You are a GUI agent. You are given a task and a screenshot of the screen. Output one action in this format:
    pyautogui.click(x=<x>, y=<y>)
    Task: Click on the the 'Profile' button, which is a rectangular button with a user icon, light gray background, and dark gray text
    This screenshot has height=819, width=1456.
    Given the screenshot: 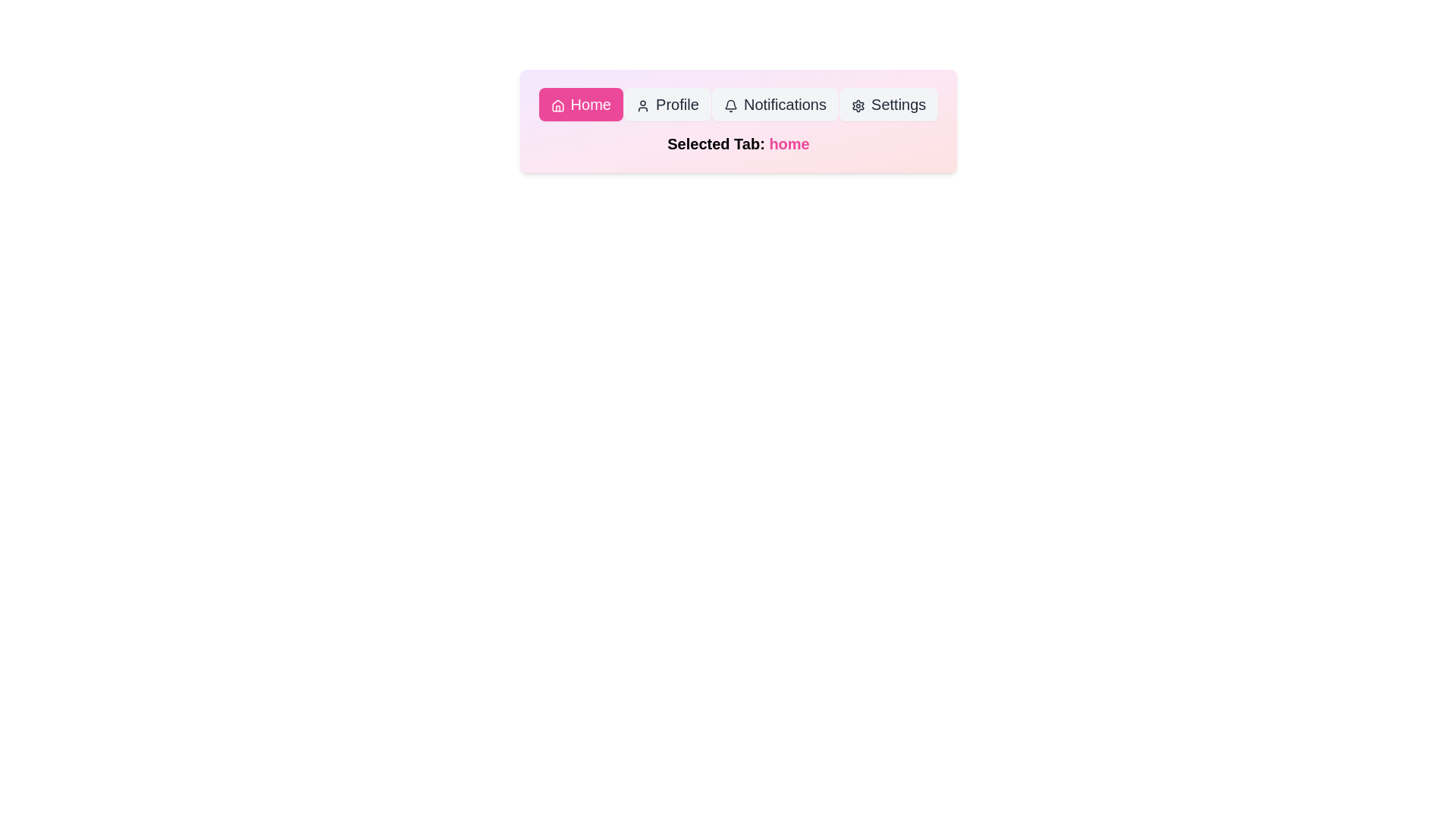 What is the action you would take?
    pyautogui.click(x=667, y=104)
    